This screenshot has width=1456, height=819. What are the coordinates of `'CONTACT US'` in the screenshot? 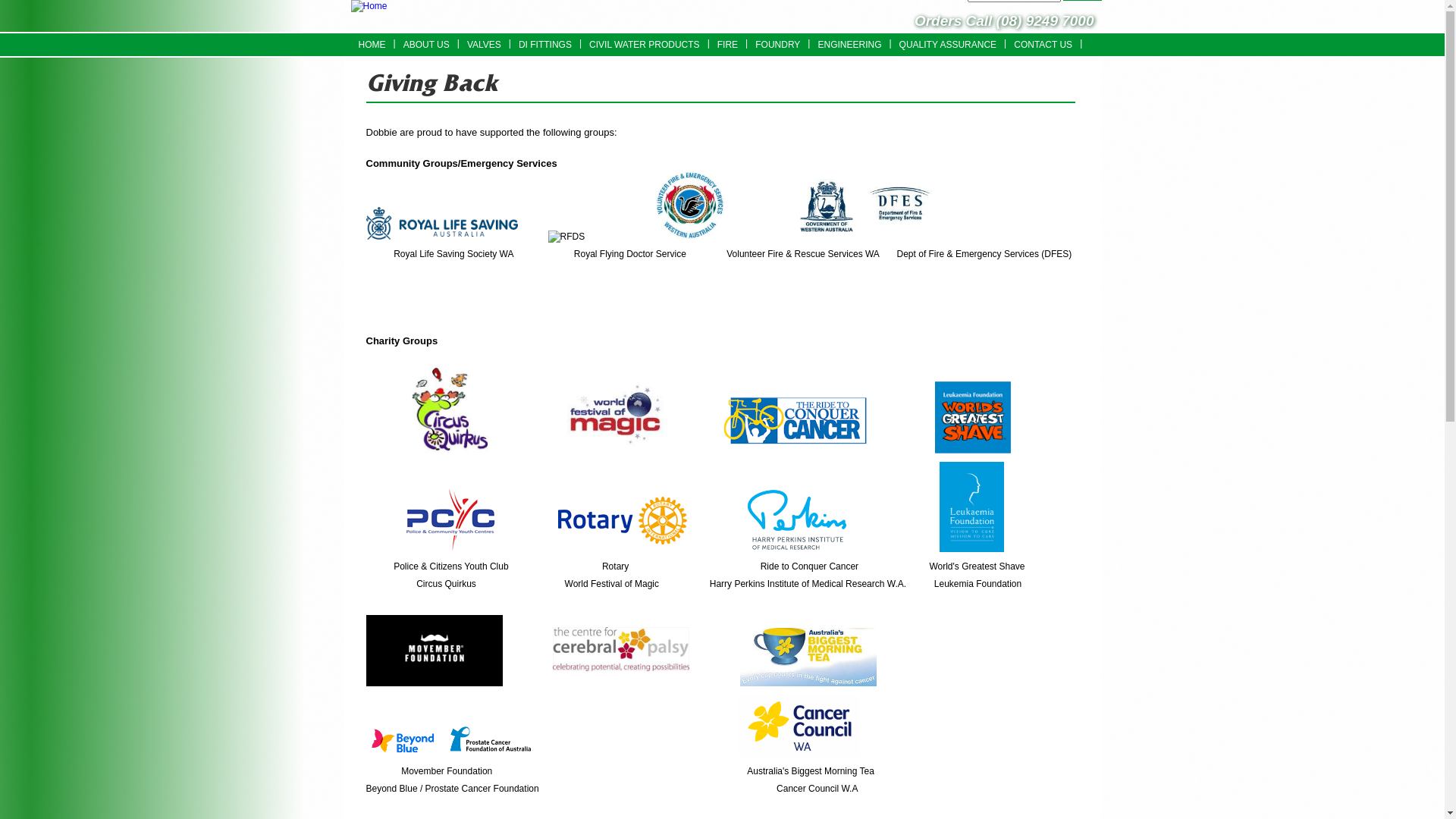 It's located at (1042, 44).